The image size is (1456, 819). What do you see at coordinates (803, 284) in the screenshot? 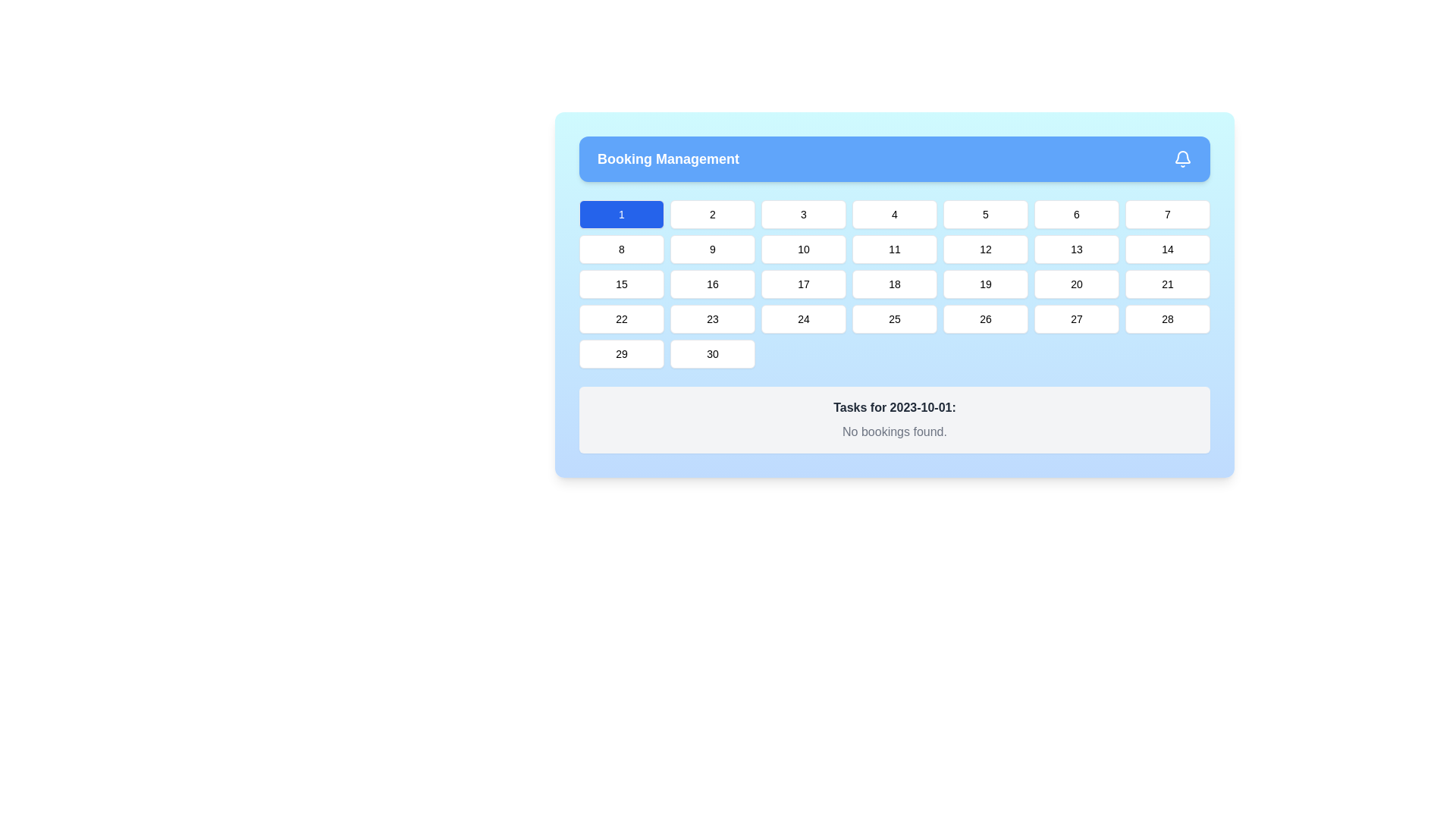
I see `the button displaying '17', which is a rounded rectangle with a white background` at bounding box center [803, 284].